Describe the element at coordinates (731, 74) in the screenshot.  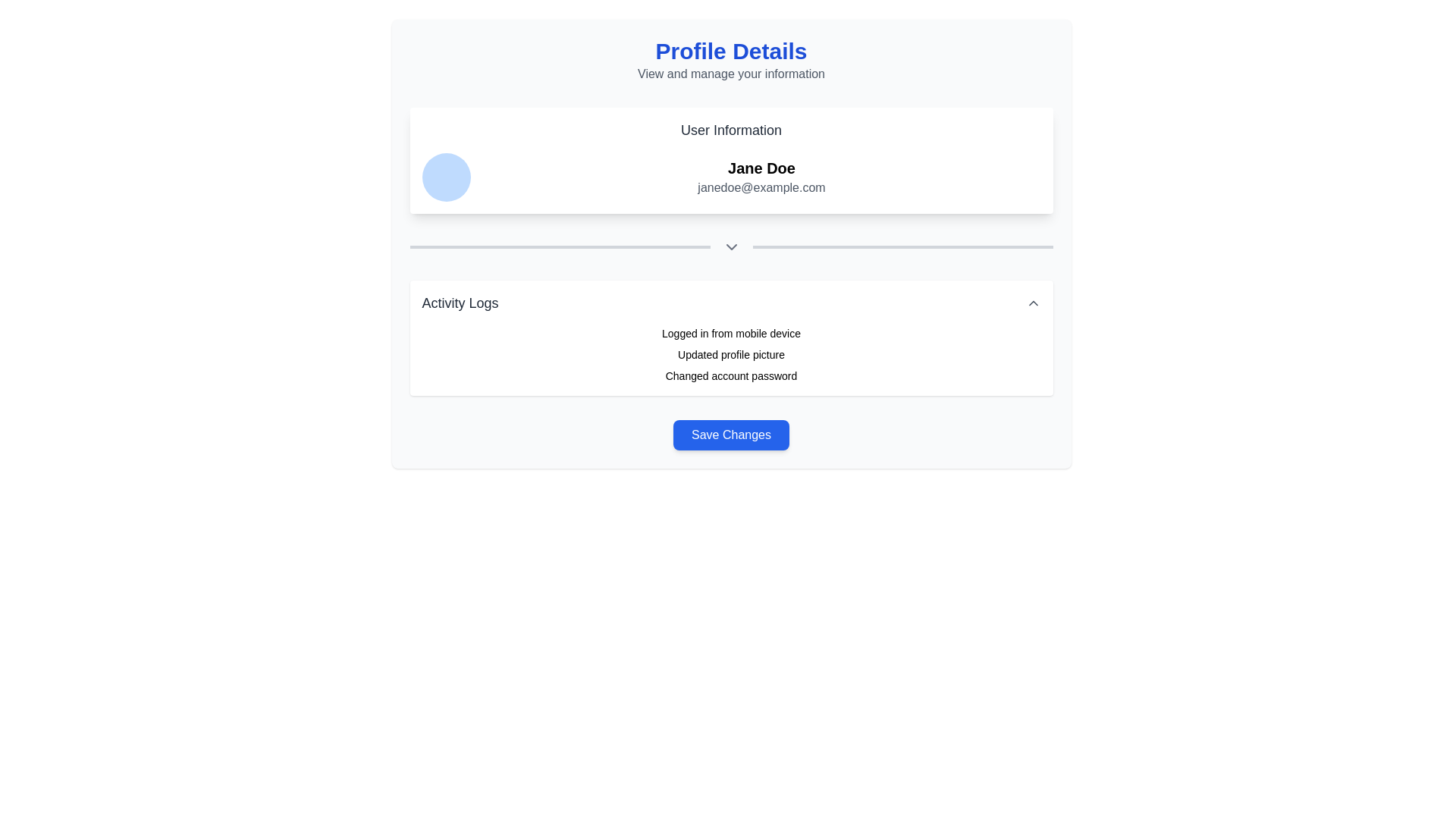
I see `the text label displaying 'View and manage your information', which is styled in gray and positioned beneath the bold title 'Profile Details'` at that location.